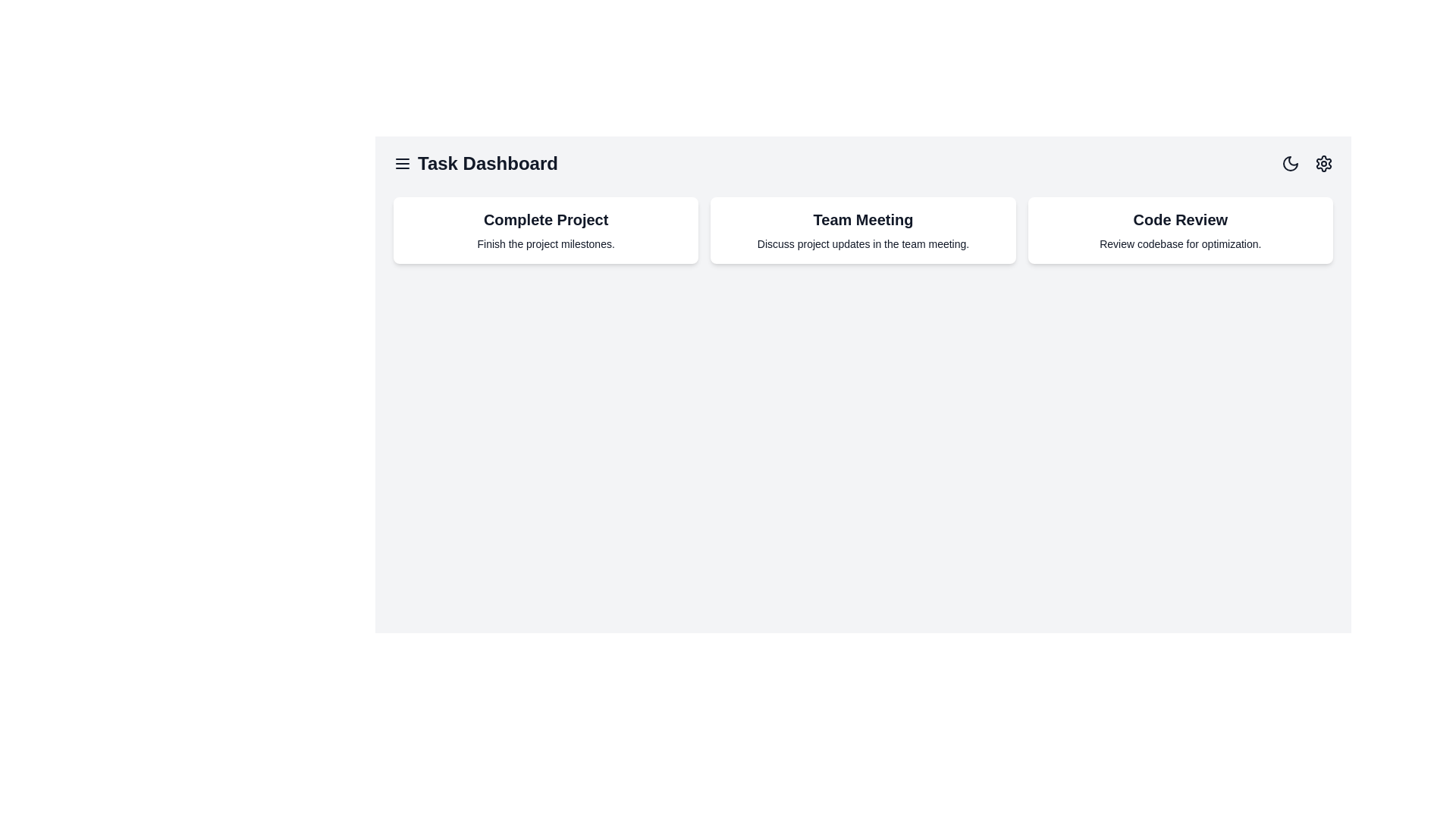 This screenshot has width=1456, height=819. What do you see at coordinates (546, 219) in the screenshot?
I see `the bold, large-sized text label 'Complete Project' that is displayed prominently at the top of its card in a grid layout` at bounding box center [546, 219].